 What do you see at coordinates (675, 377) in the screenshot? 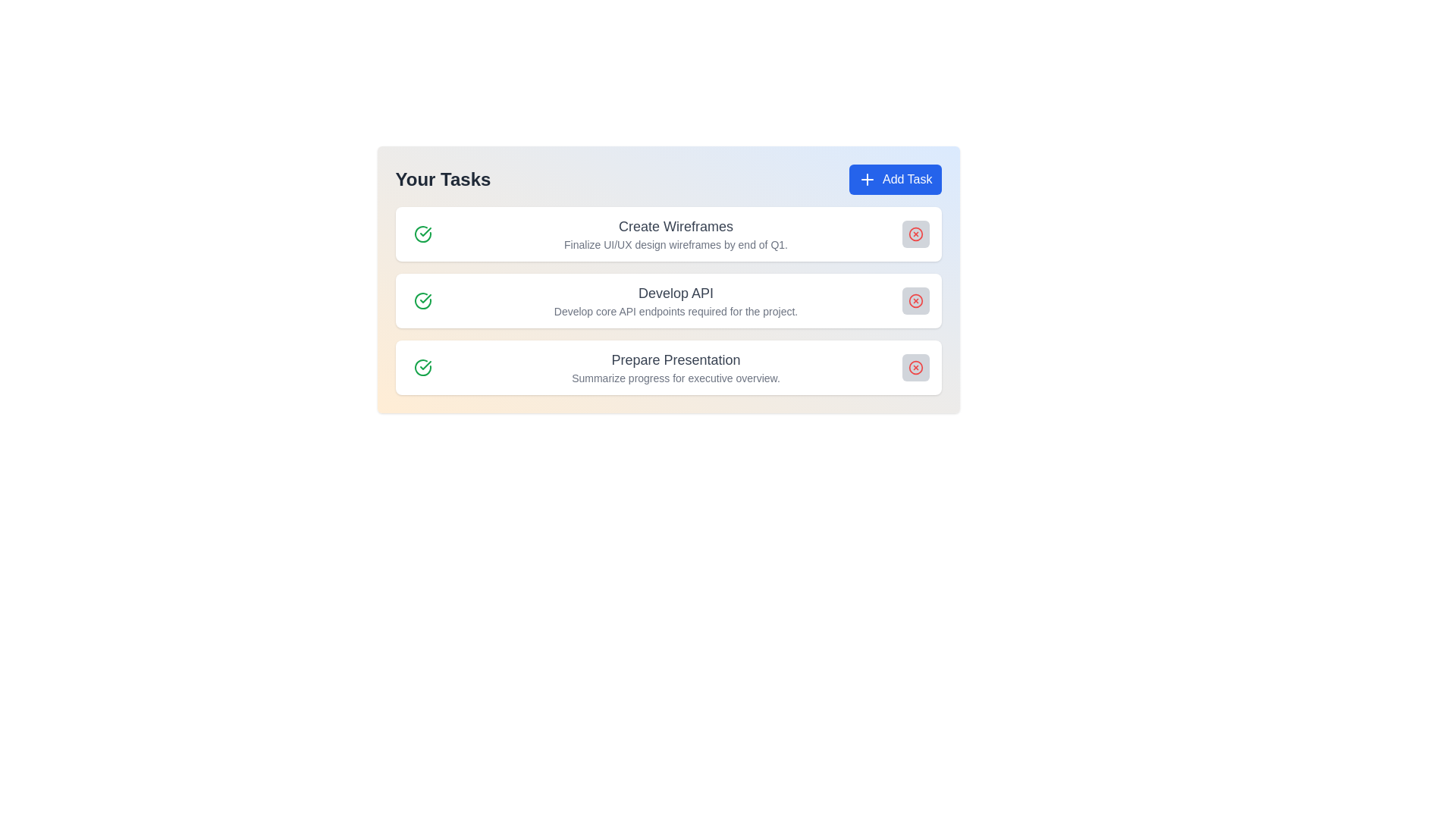
I see `the static text providing additional details about the task 'Prepare Presentation' located below the title within the third task card` at bounding box center [675, 377].